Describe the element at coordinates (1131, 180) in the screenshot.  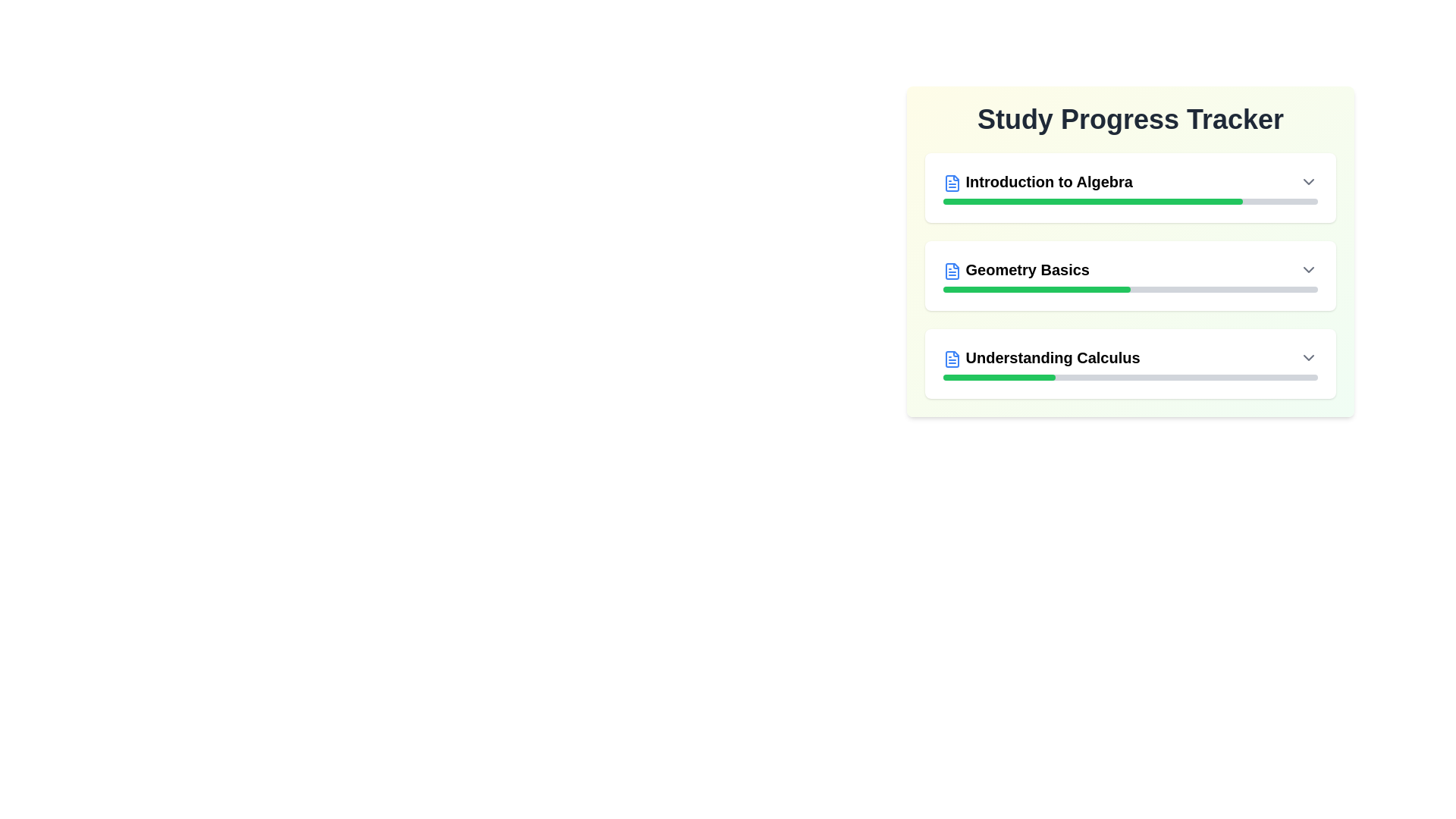
I see `the 'Introduction to Algebra' list item to reveal the dropdown choices associated with this topic` at that location.